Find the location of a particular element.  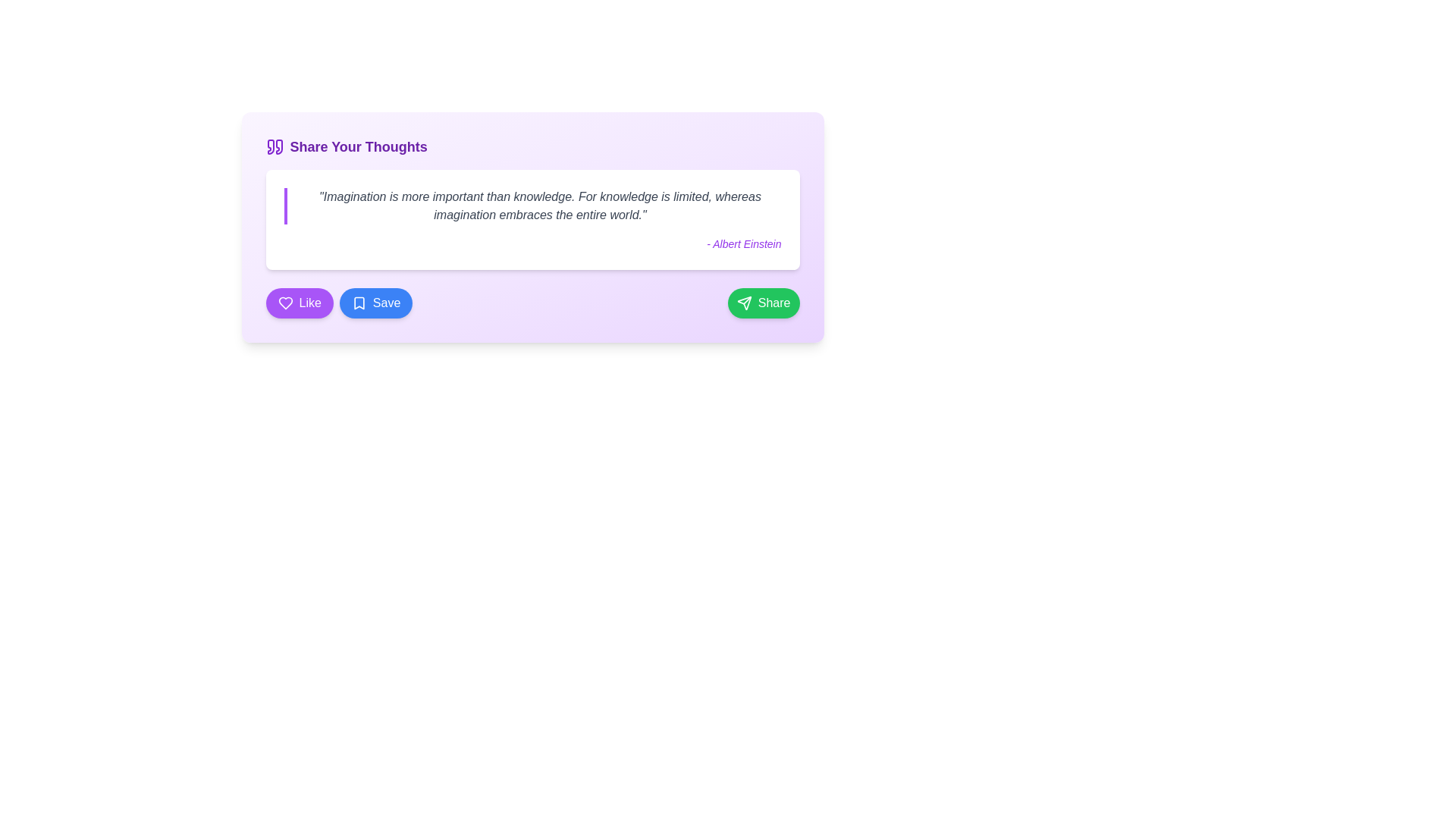

the triangular send icon located within the bottom-right corner of the green circular 'Share' button to share content is located at coordinates (744, 303).